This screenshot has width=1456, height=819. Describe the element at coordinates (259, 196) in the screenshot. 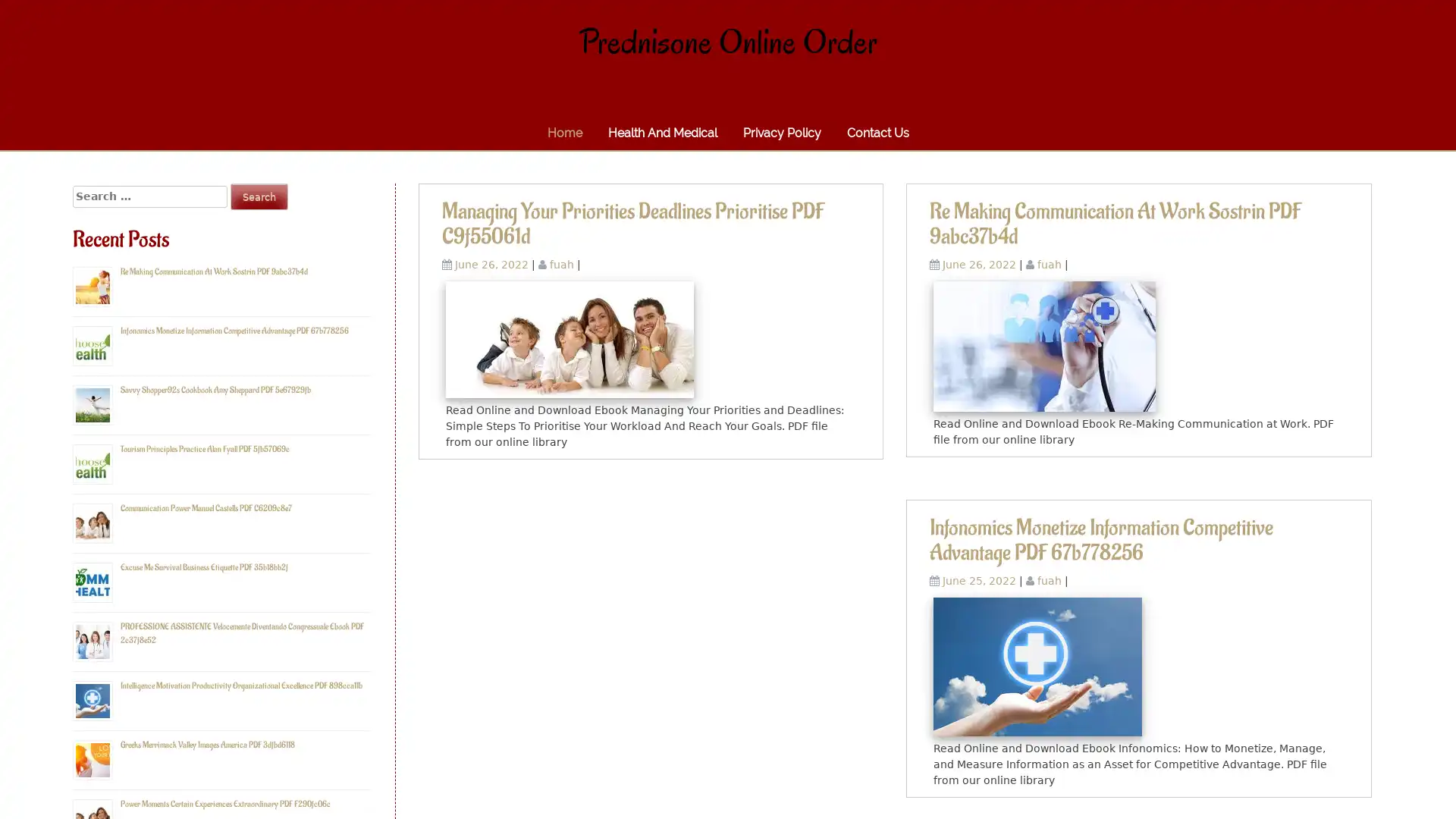

I see `Search` at that location.